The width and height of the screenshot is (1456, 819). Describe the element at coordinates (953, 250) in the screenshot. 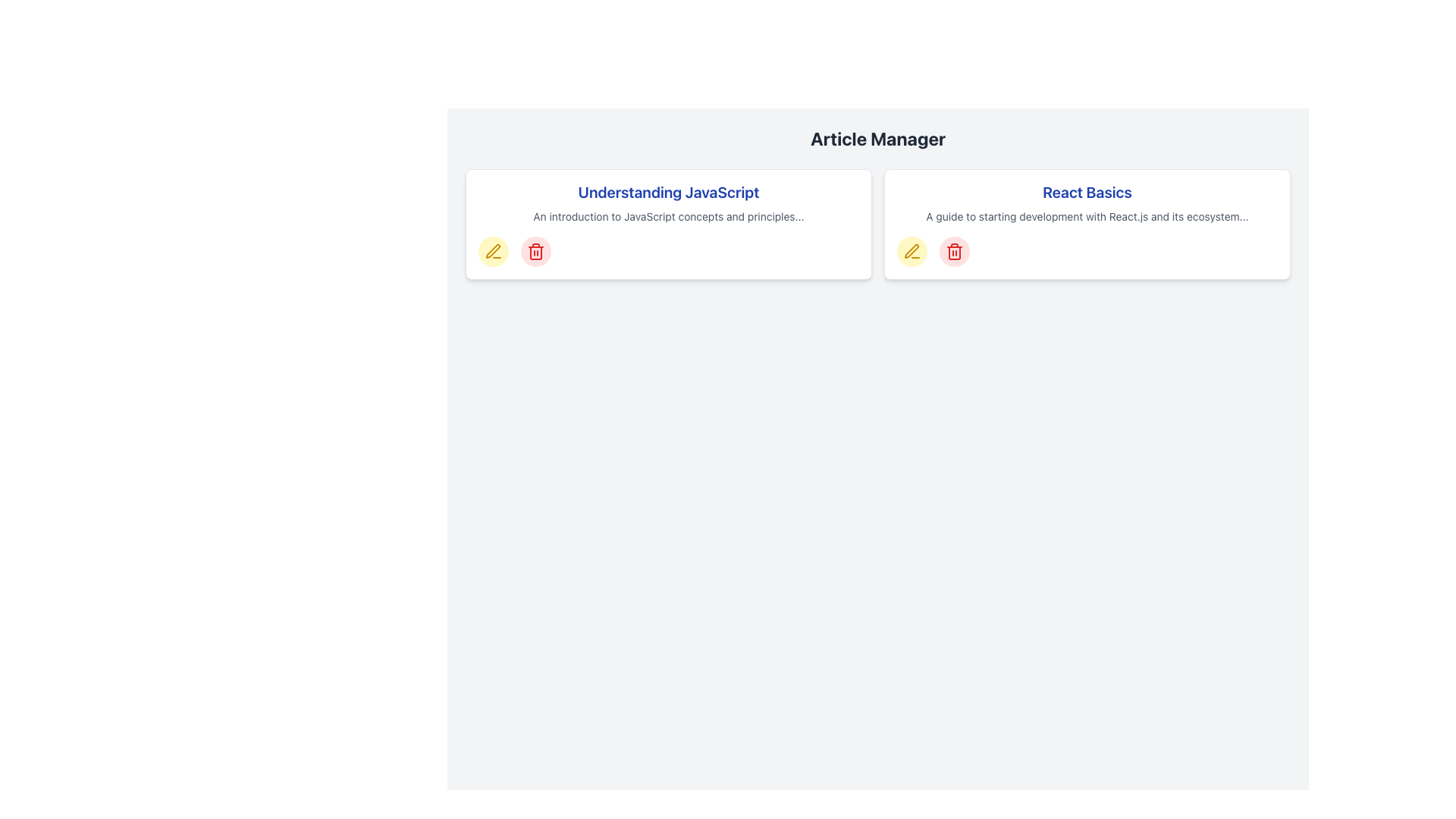

I see `the red trash can icon button, which is the second button in the row of actionable icons below the 'React Basics' article card` at that location.